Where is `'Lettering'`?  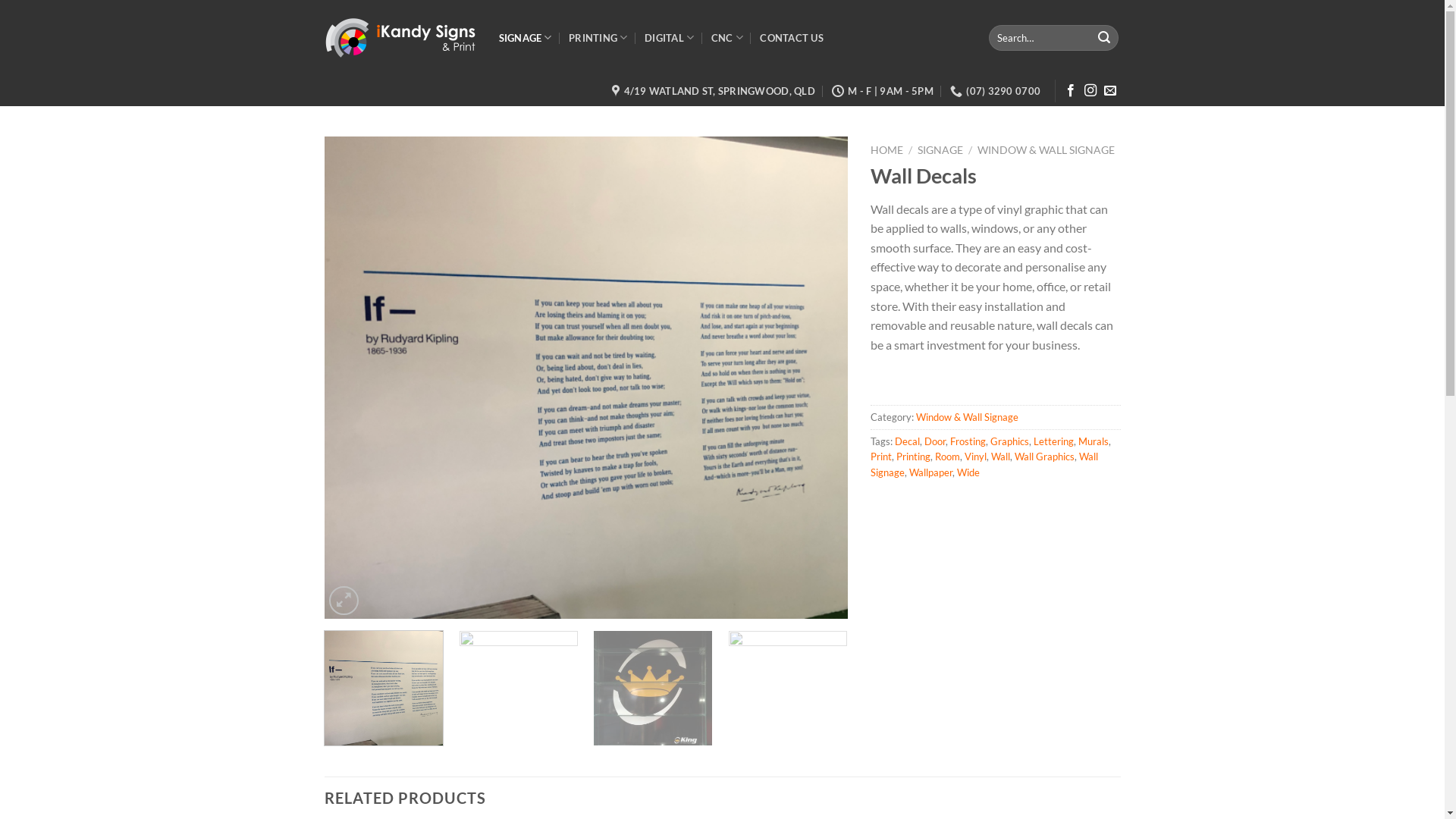
'Lettering' is located at coordinates (1032, 441).